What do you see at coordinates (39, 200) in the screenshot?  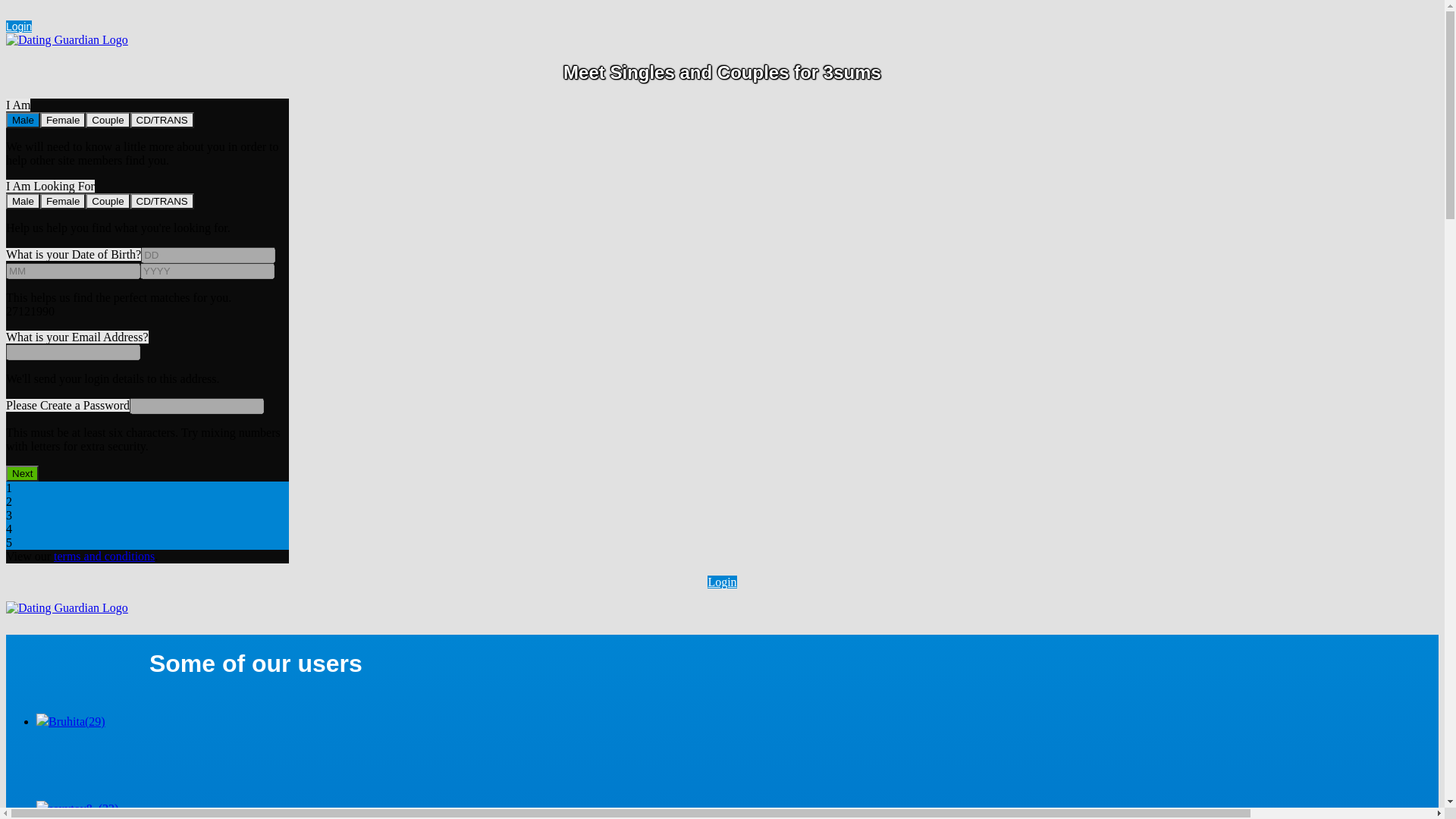 I see `'Female'` at bounding box center [39, 200].